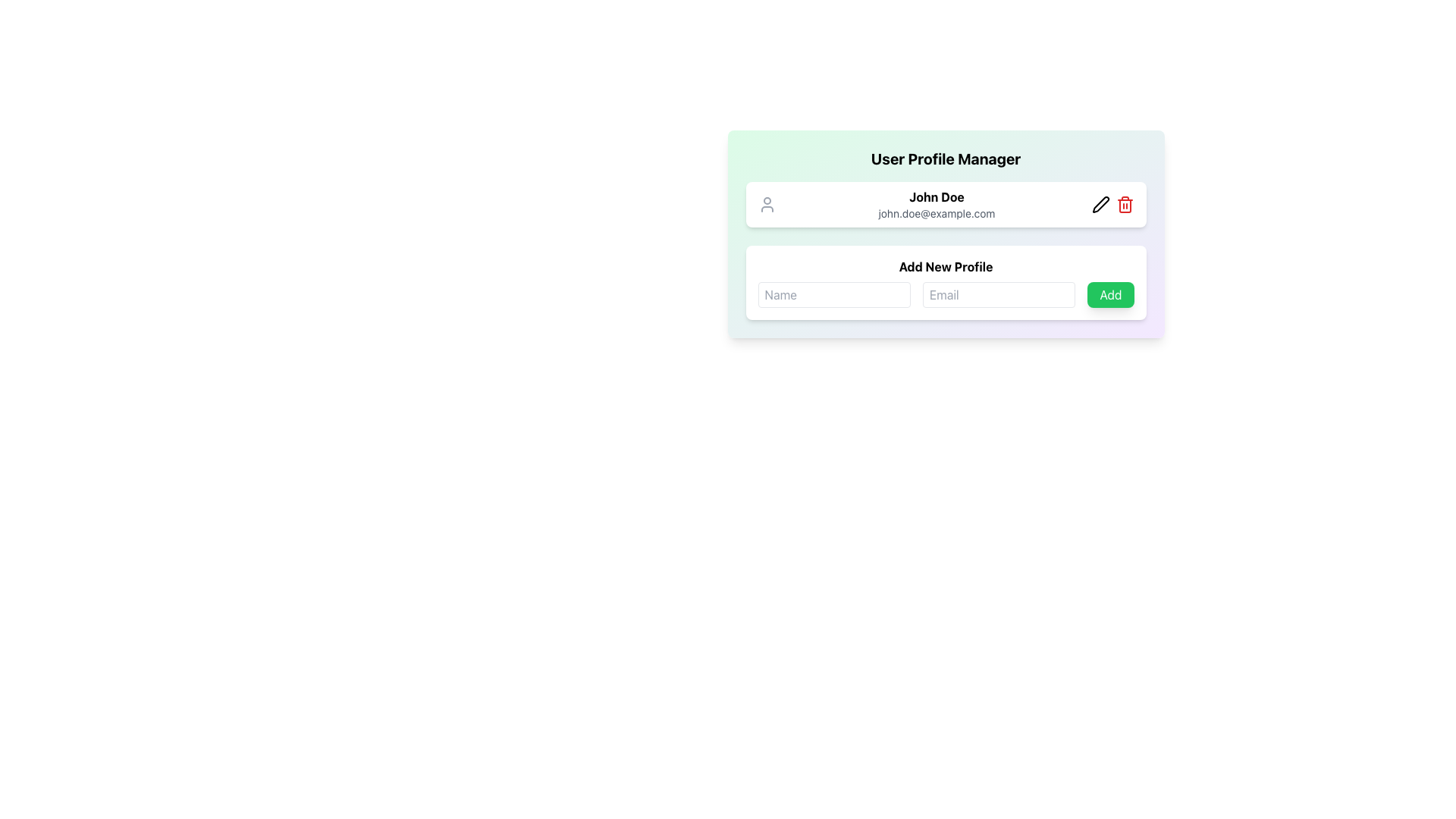  Describe the element at coordinates (936, 196) in the screenshot. I see `the static text label displaying the user's name in the User Profile Manager interface, located at the top of the User Profile Manager card` at that location.